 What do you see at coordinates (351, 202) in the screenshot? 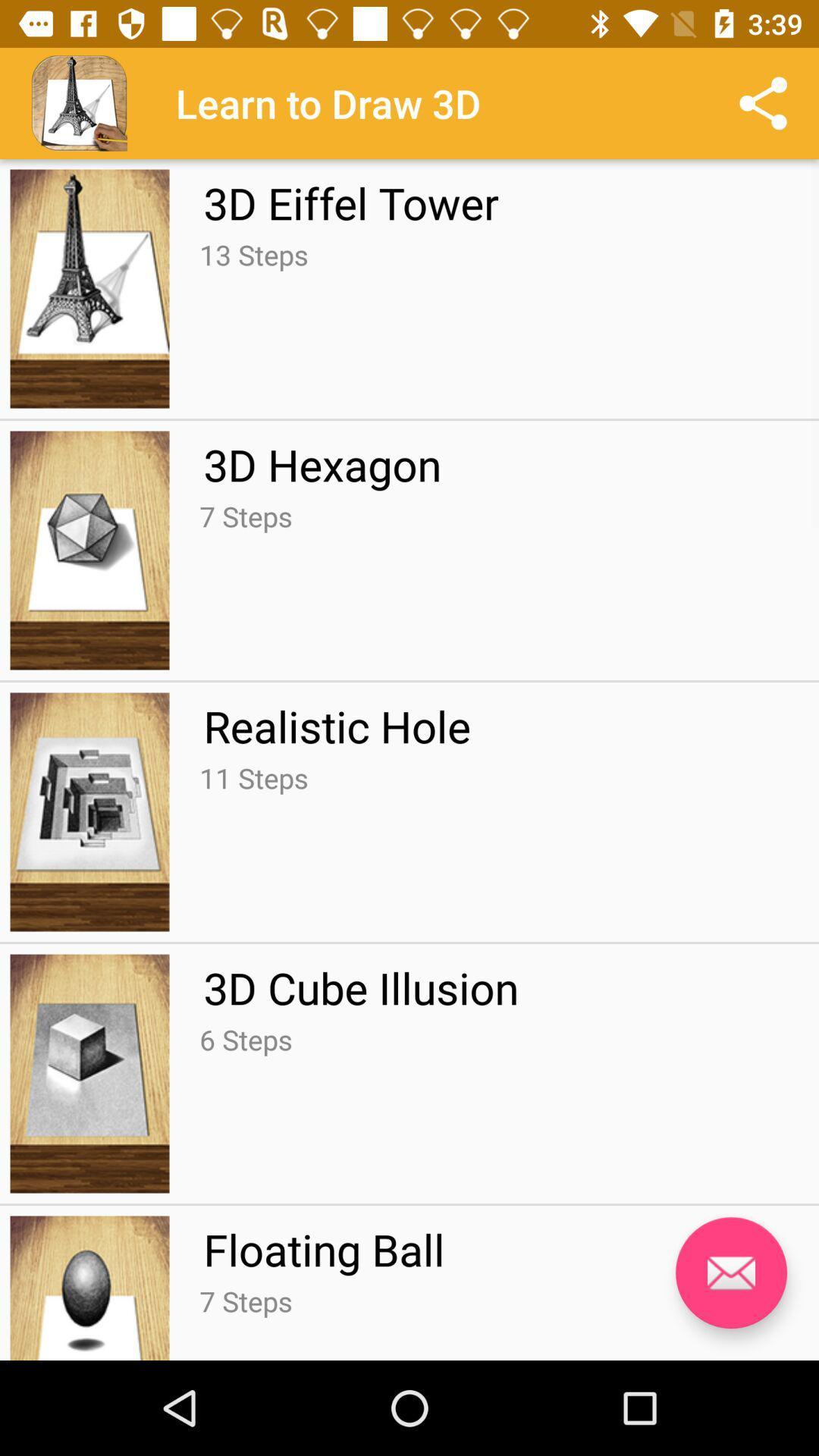
I see `icon below the learn to draw app` at bounding box center [351, 202].